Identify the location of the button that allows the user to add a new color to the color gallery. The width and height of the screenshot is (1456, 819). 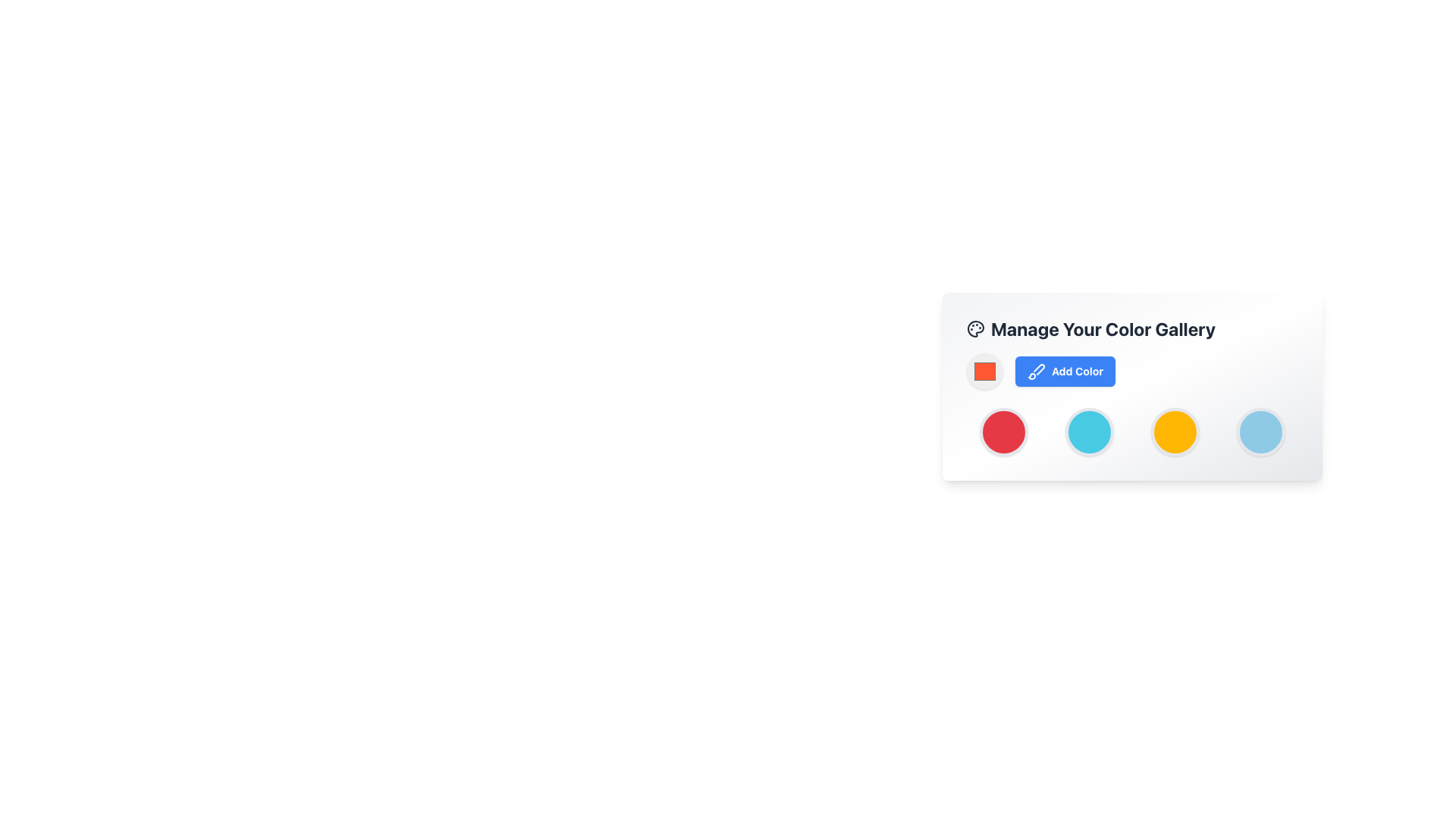
(1065, 371).